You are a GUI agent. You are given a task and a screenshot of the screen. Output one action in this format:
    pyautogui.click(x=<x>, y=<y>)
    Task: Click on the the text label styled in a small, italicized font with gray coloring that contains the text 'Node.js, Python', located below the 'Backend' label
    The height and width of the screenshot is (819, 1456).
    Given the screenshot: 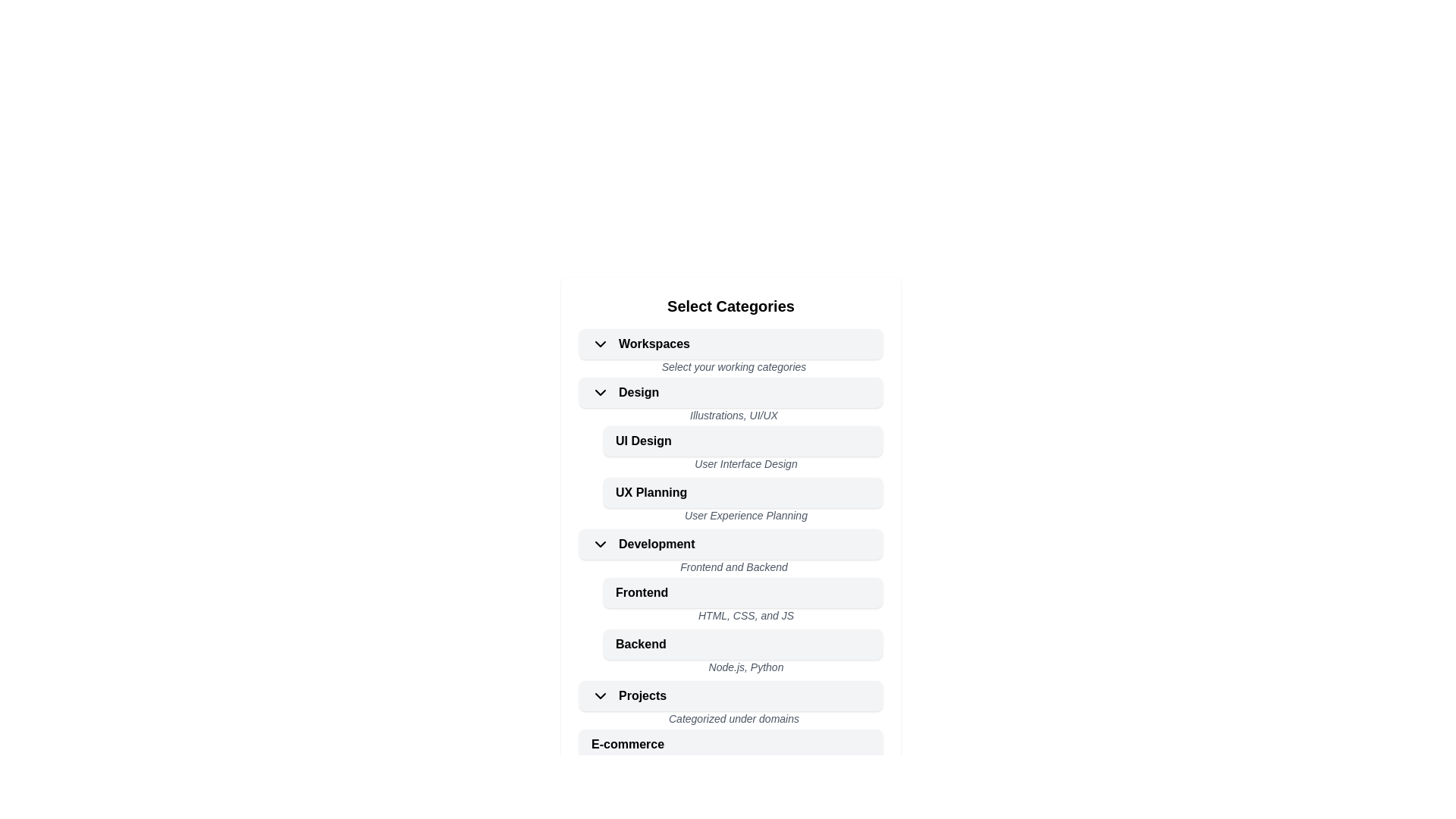 What is the action you would take?
    pyautogui.click(x=742, y=668)
    